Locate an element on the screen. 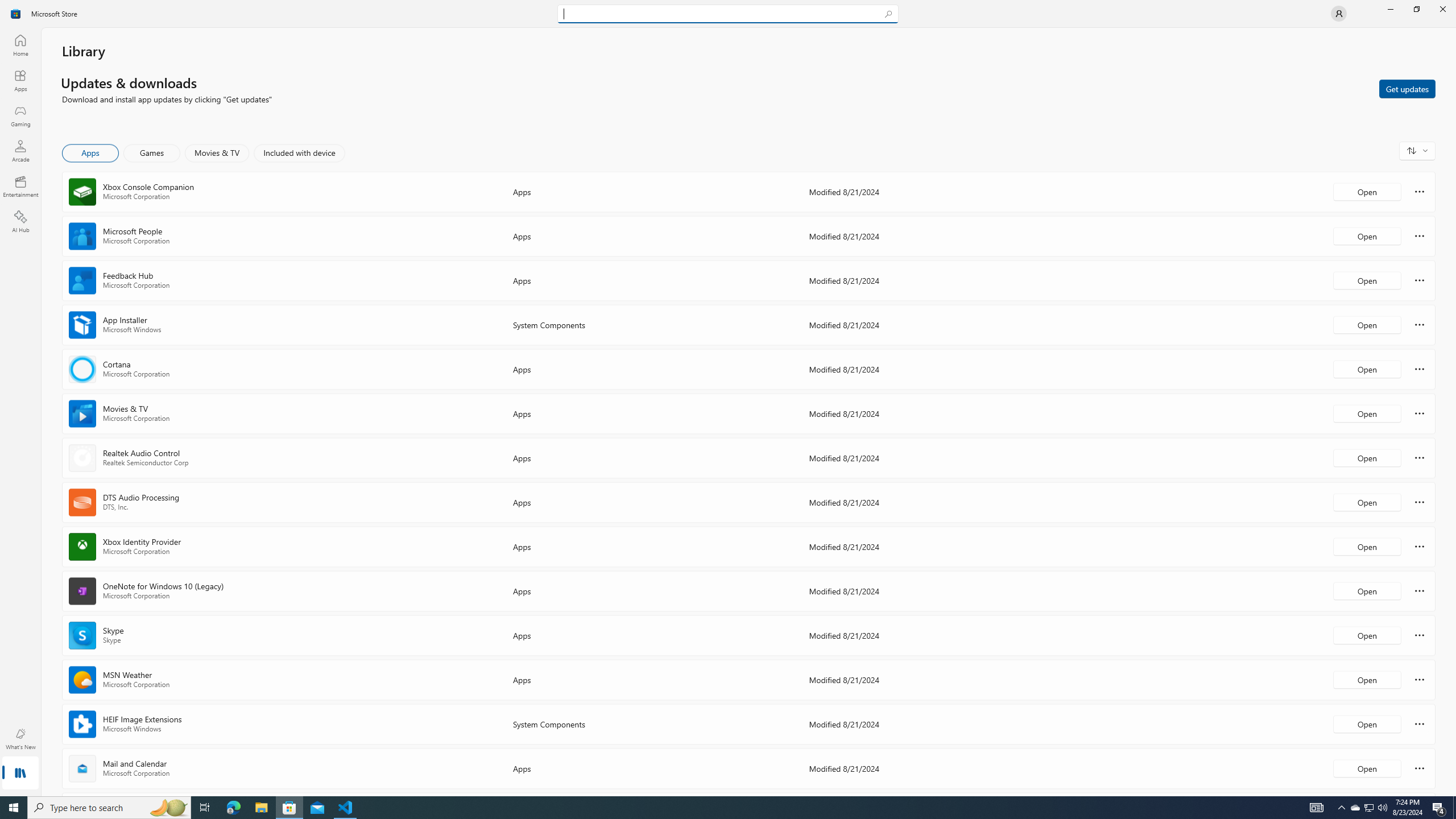  'Home' is located at coordinates (19, 44).